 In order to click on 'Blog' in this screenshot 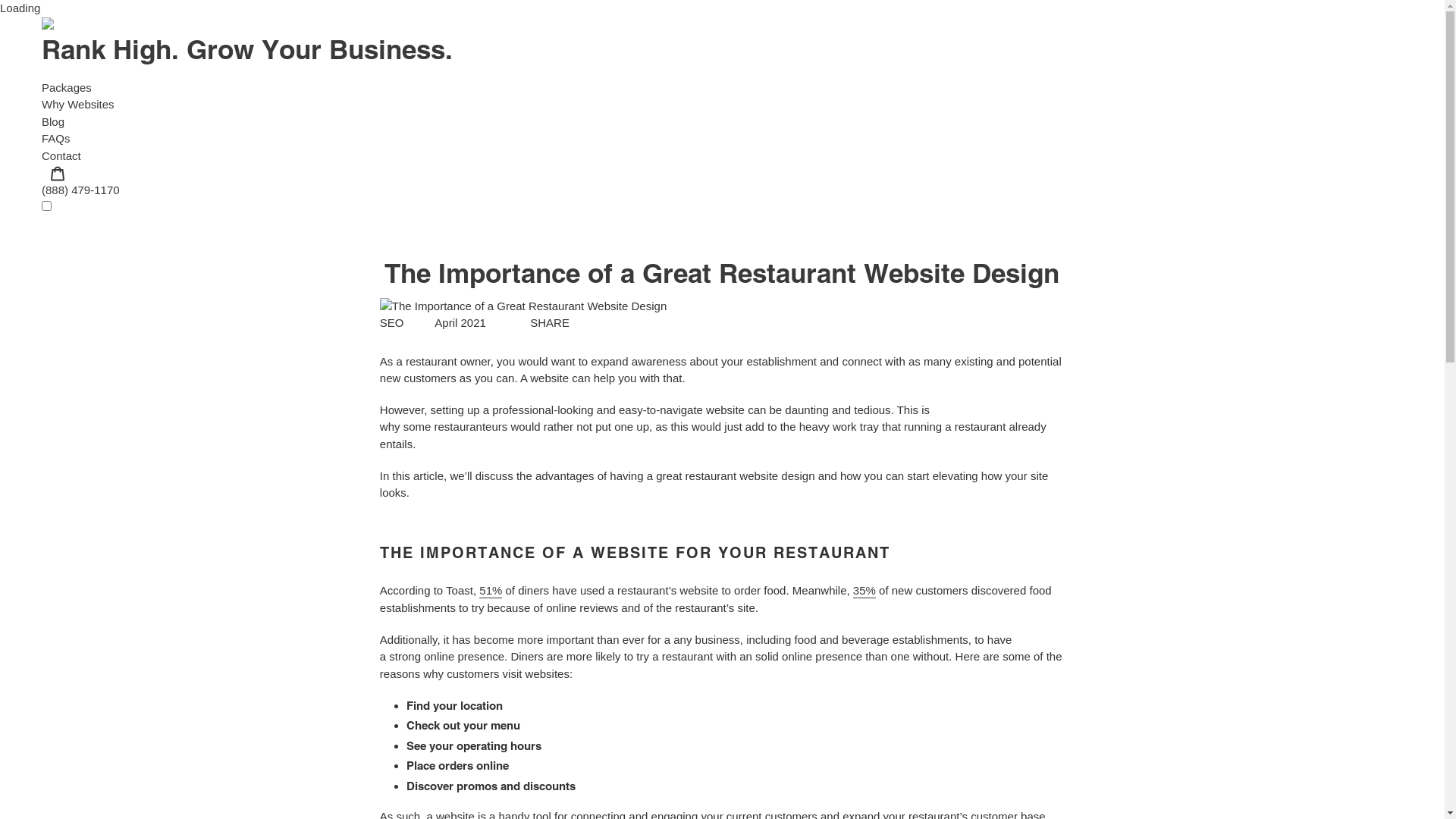, I will do `click(41, 121)`.